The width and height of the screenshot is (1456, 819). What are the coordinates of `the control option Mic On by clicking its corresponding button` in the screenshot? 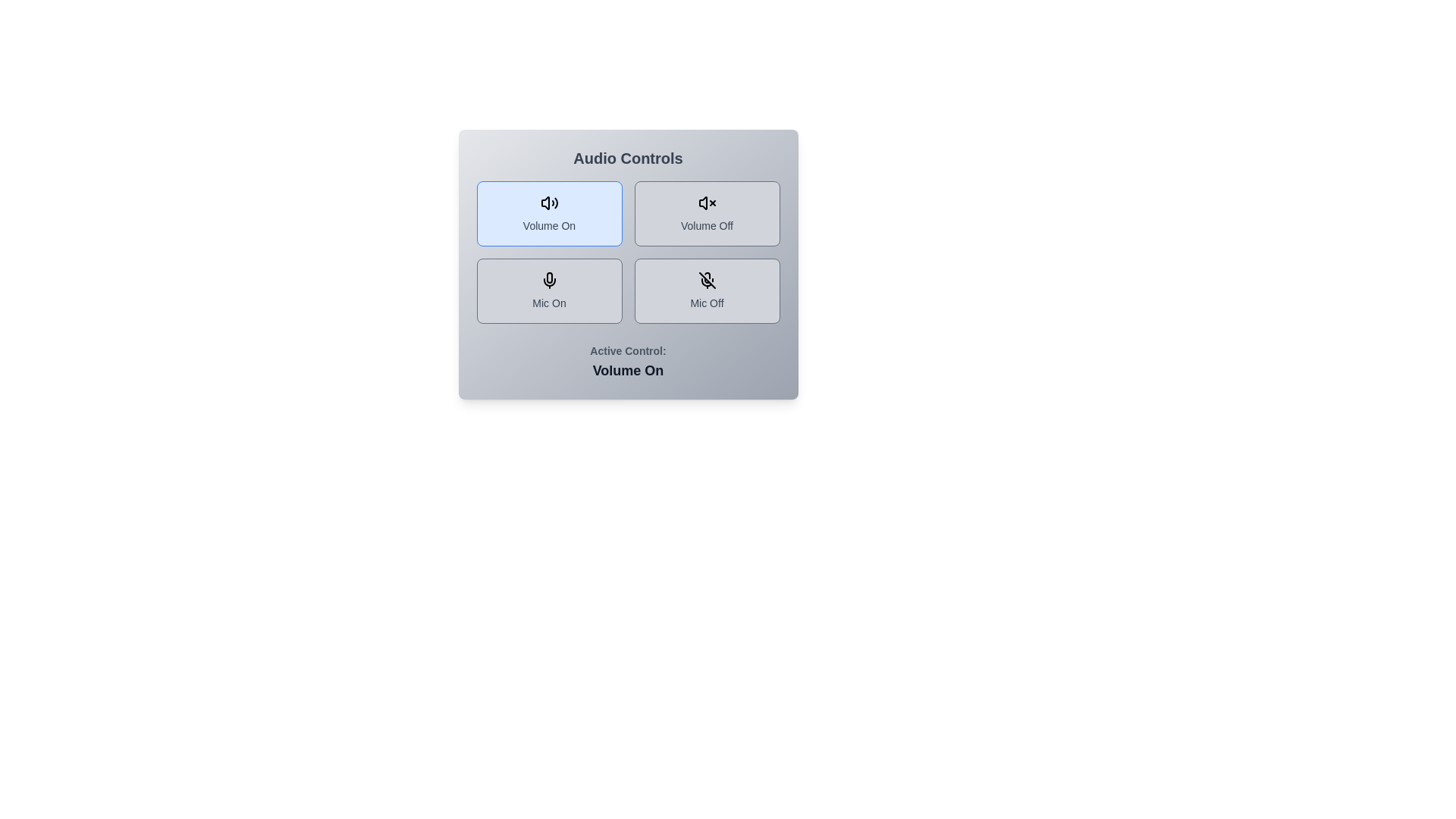 It's located at (548, 291).